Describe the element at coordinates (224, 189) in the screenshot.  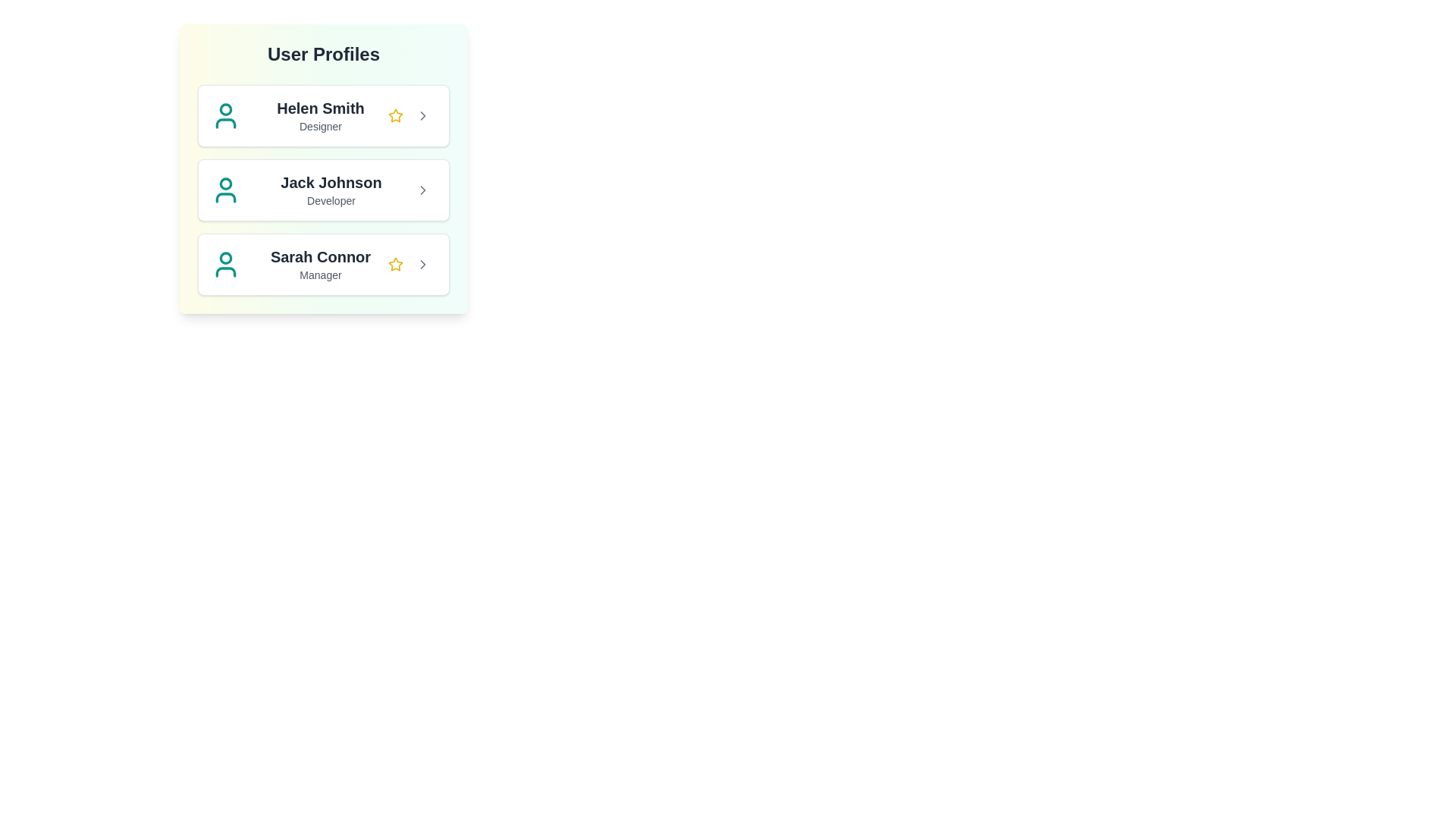
I see `the profile icon for Jack Johnson` at that location.